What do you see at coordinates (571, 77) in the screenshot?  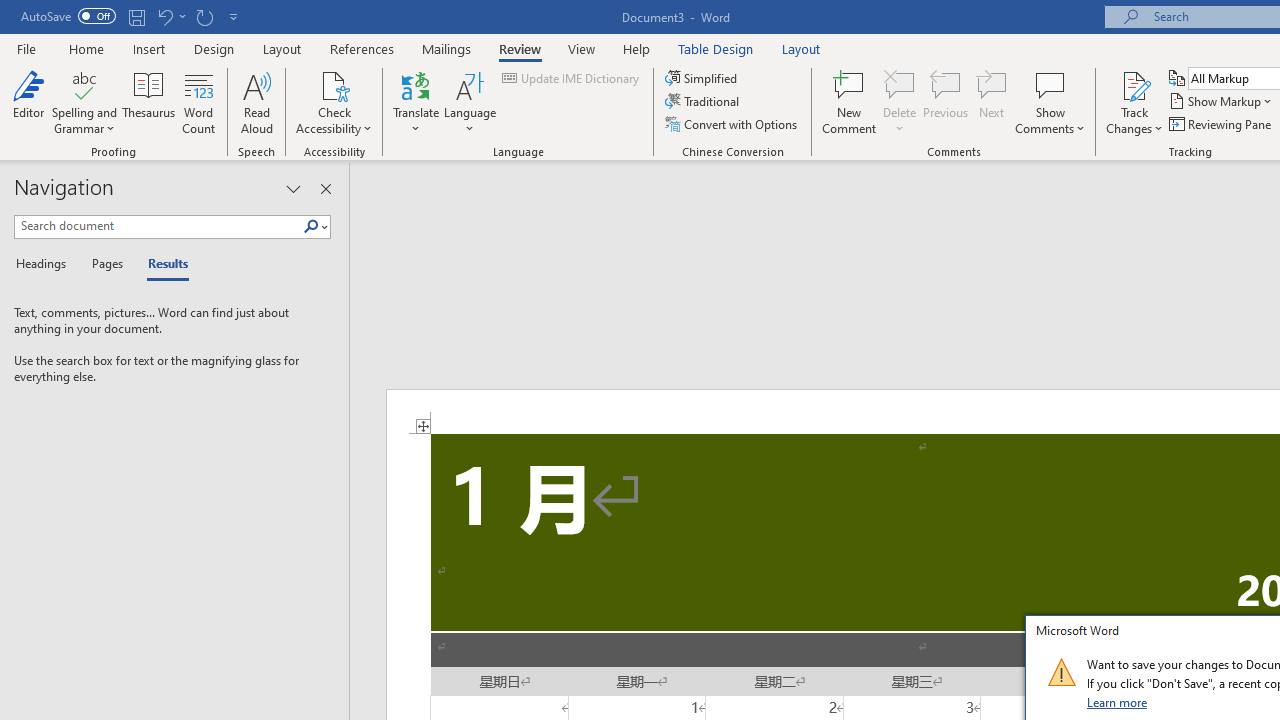 I see `'Update IME Dictionary...'` at bounding box center [571, 77].